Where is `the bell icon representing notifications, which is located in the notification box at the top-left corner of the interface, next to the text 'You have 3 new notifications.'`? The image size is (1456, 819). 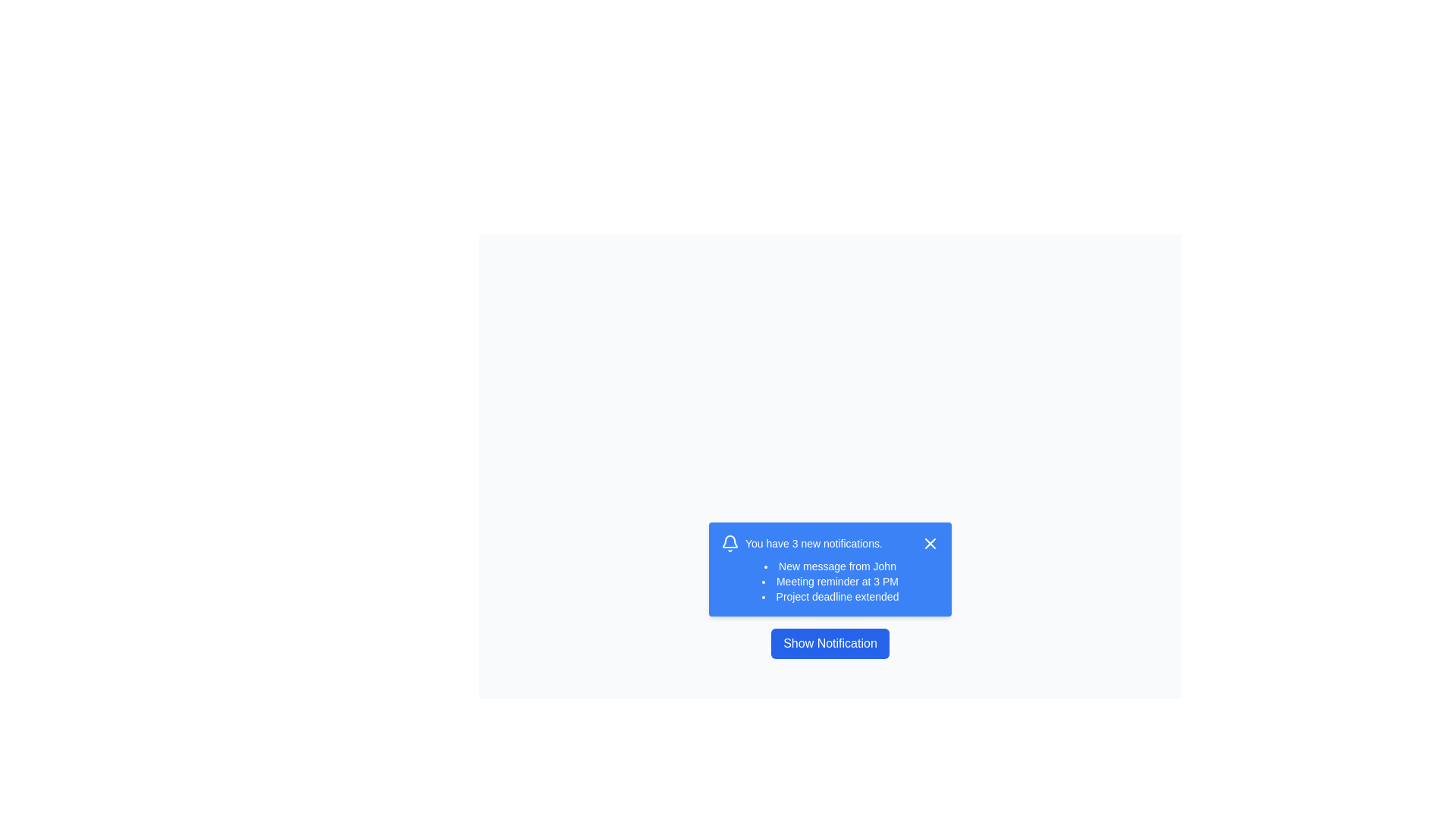 the bell icon representing notifications, which is located in the notification box at the top-left corner of the interface, next to the text 'You have 3 new notifications.' is located at coordinates (730, 543).